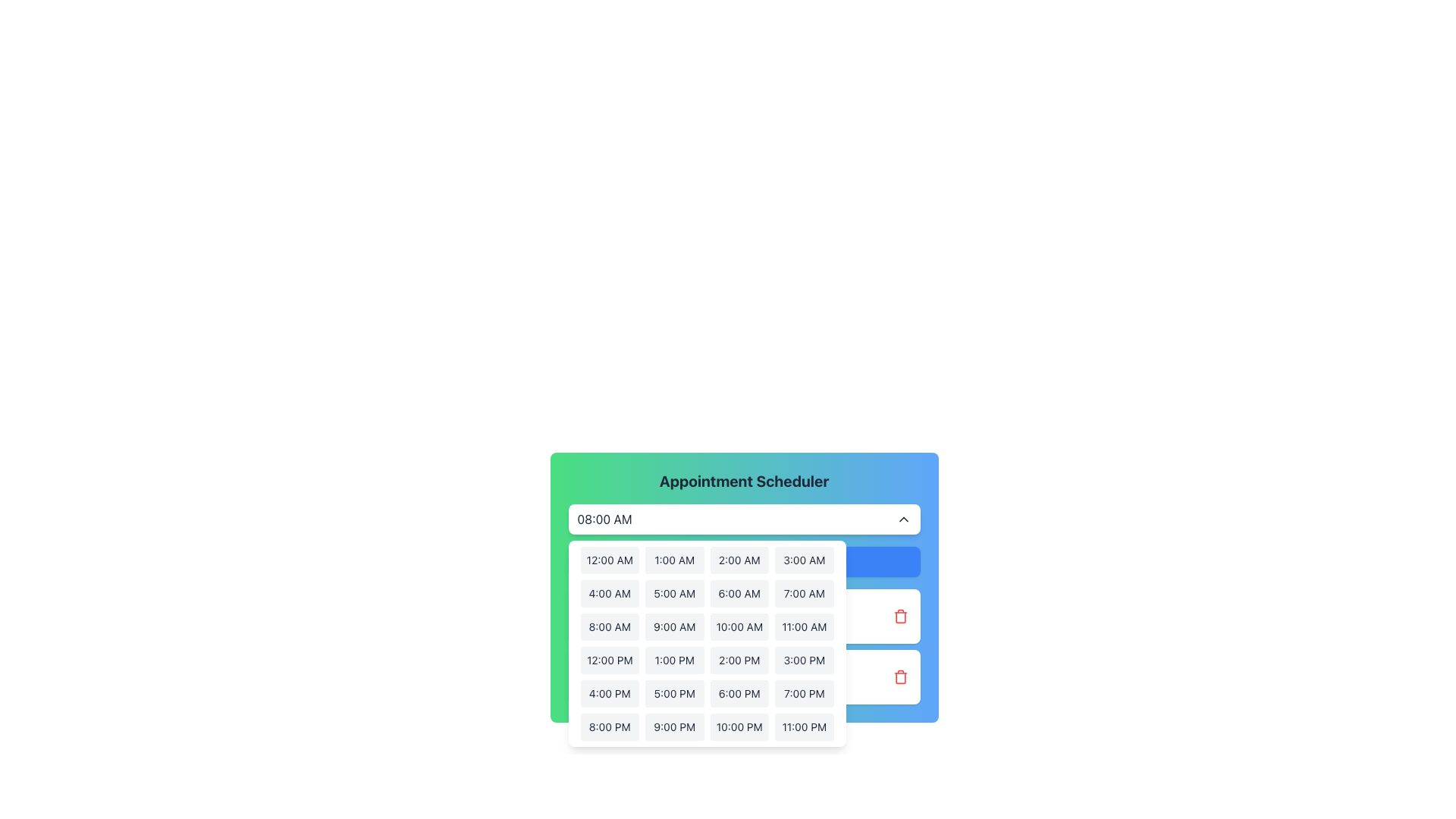 This screenshot has width=1456, height=819. What do you see at coordinates (803, 660) in the screenshot?
I see `the rectangular button labeled '3:00 PM' located in the last row and fourth column of the time slot grid` at bounding box center [803, 660].